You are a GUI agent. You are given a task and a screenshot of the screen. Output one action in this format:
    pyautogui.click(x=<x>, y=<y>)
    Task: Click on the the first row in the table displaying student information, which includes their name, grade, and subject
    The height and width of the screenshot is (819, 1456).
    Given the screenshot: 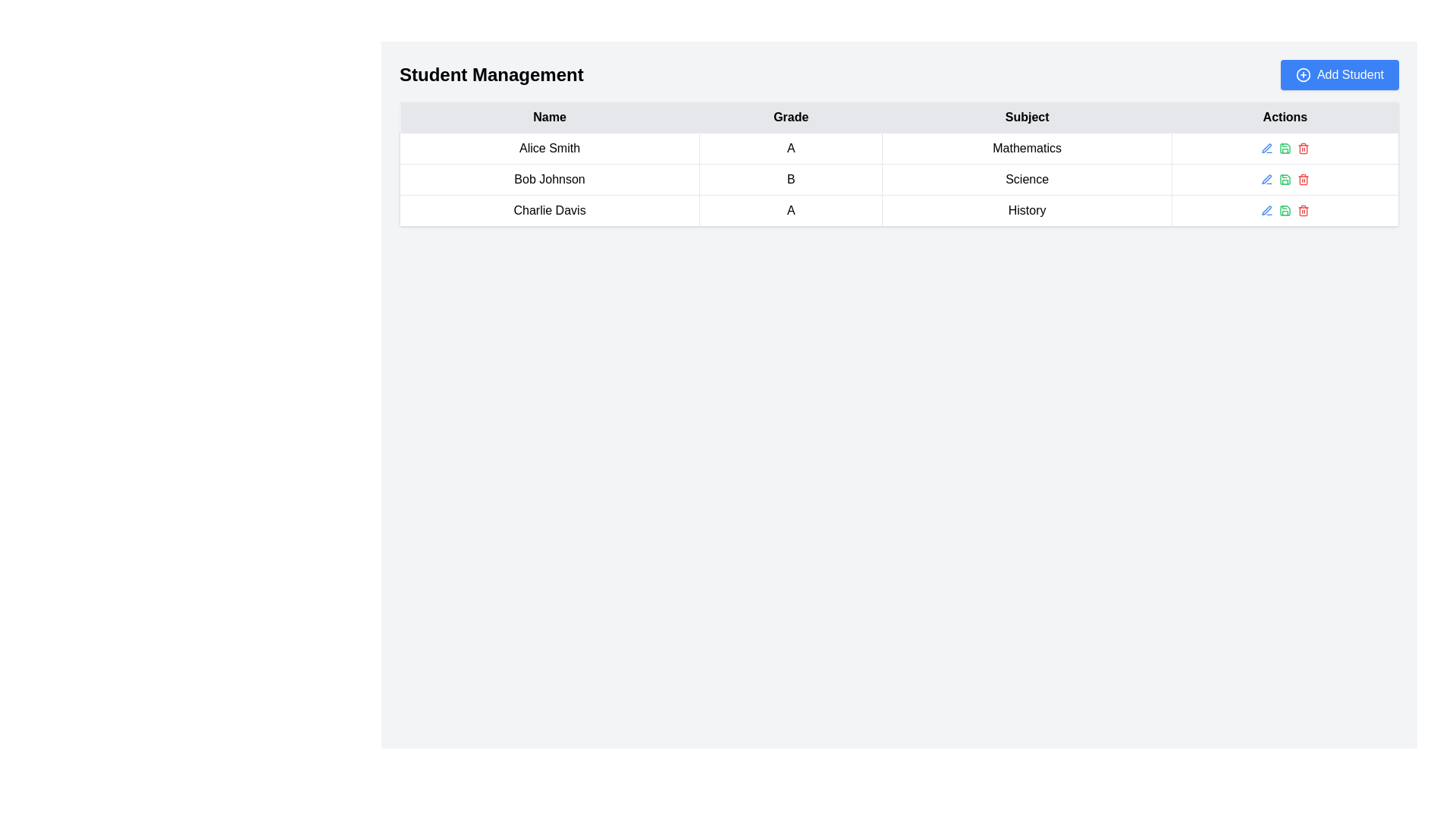 What is the action you would take?
    pyautogui.click(x=899, y=149)
    